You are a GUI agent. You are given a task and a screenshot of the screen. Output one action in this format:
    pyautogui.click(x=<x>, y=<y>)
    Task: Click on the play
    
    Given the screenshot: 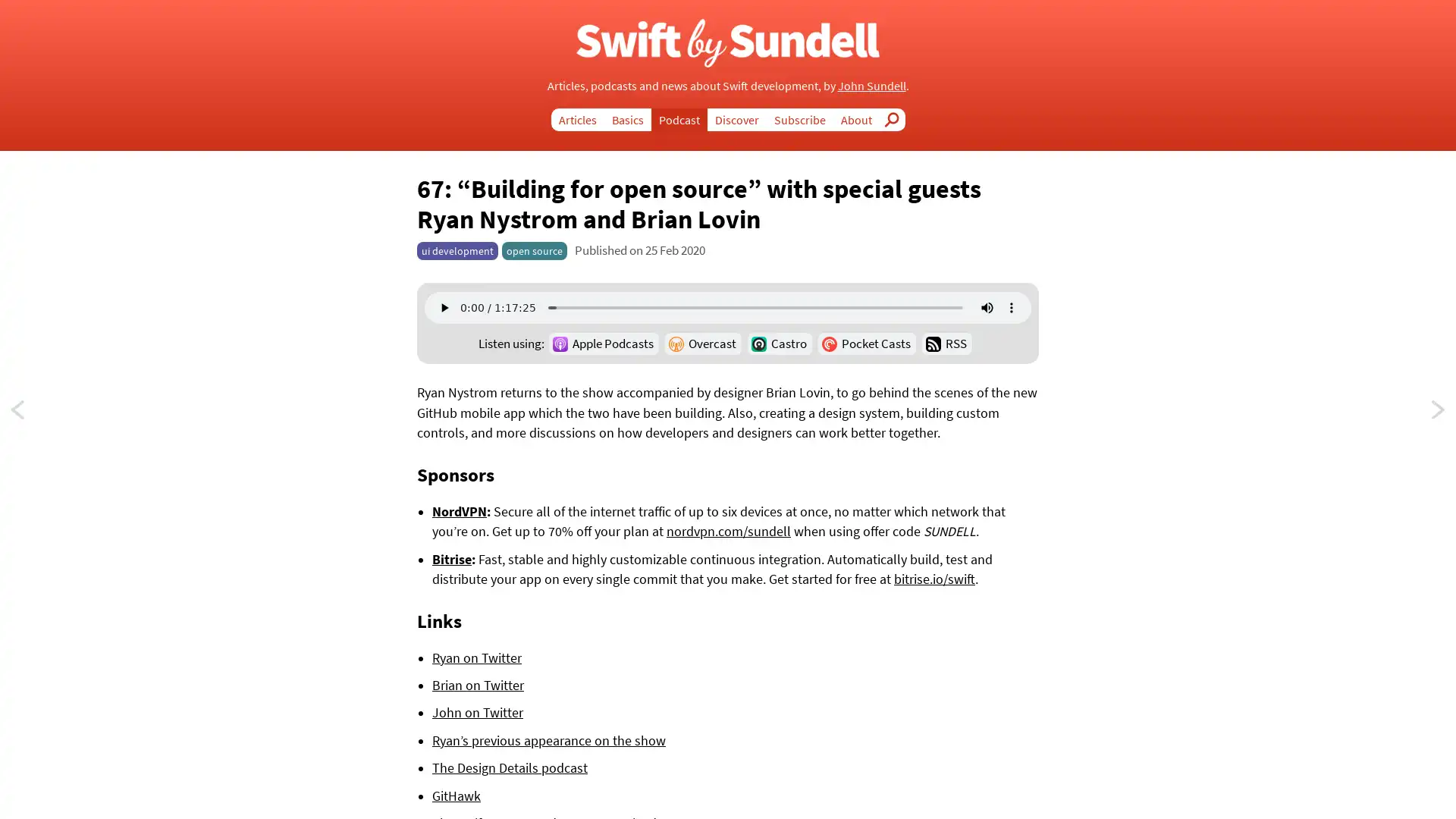 What is the action you would take?
    pyautogui.click(x=443, y=307)
    